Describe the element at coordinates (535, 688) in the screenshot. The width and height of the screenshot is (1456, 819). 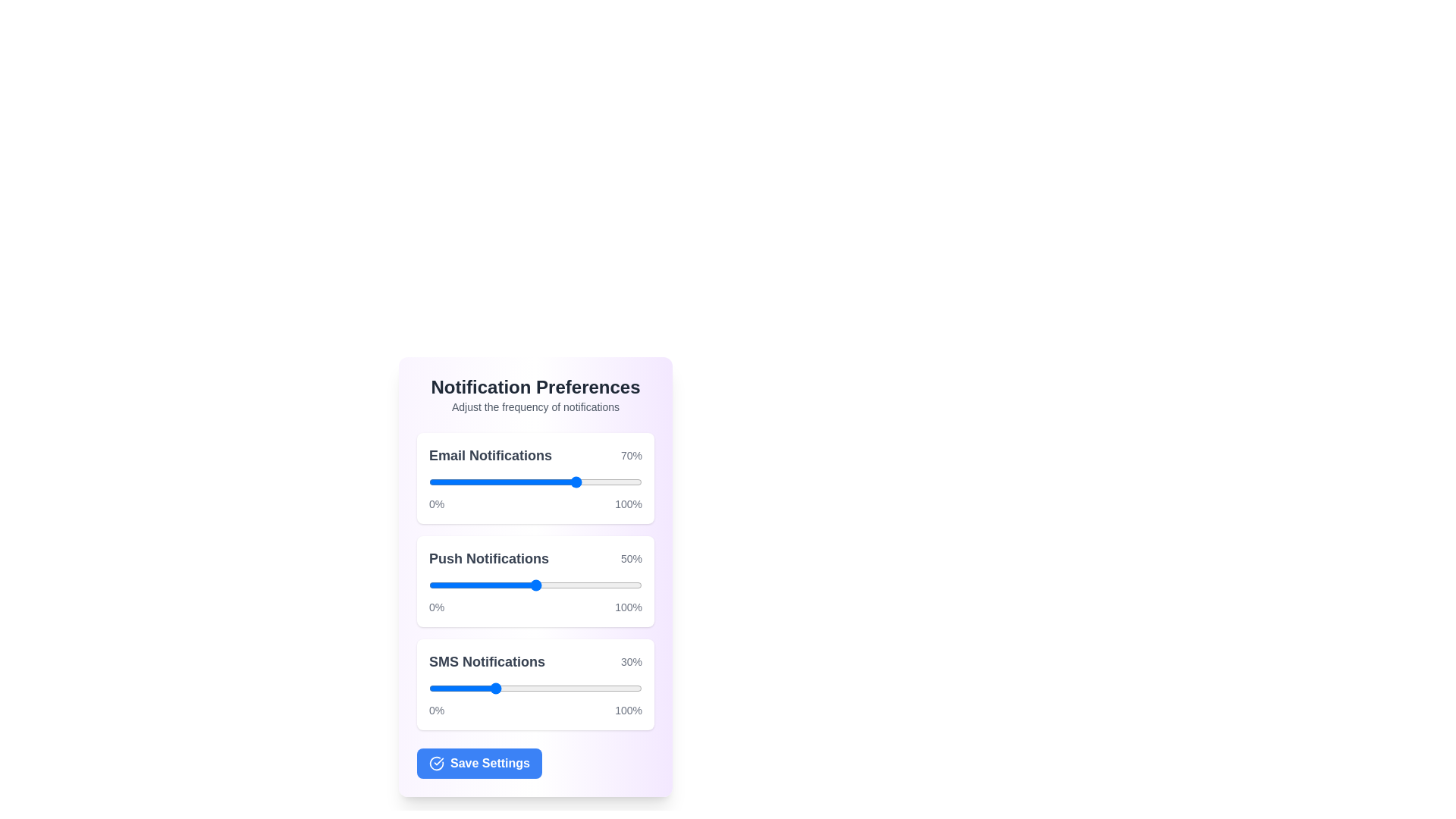
I see `SMS notification slider` at that location.